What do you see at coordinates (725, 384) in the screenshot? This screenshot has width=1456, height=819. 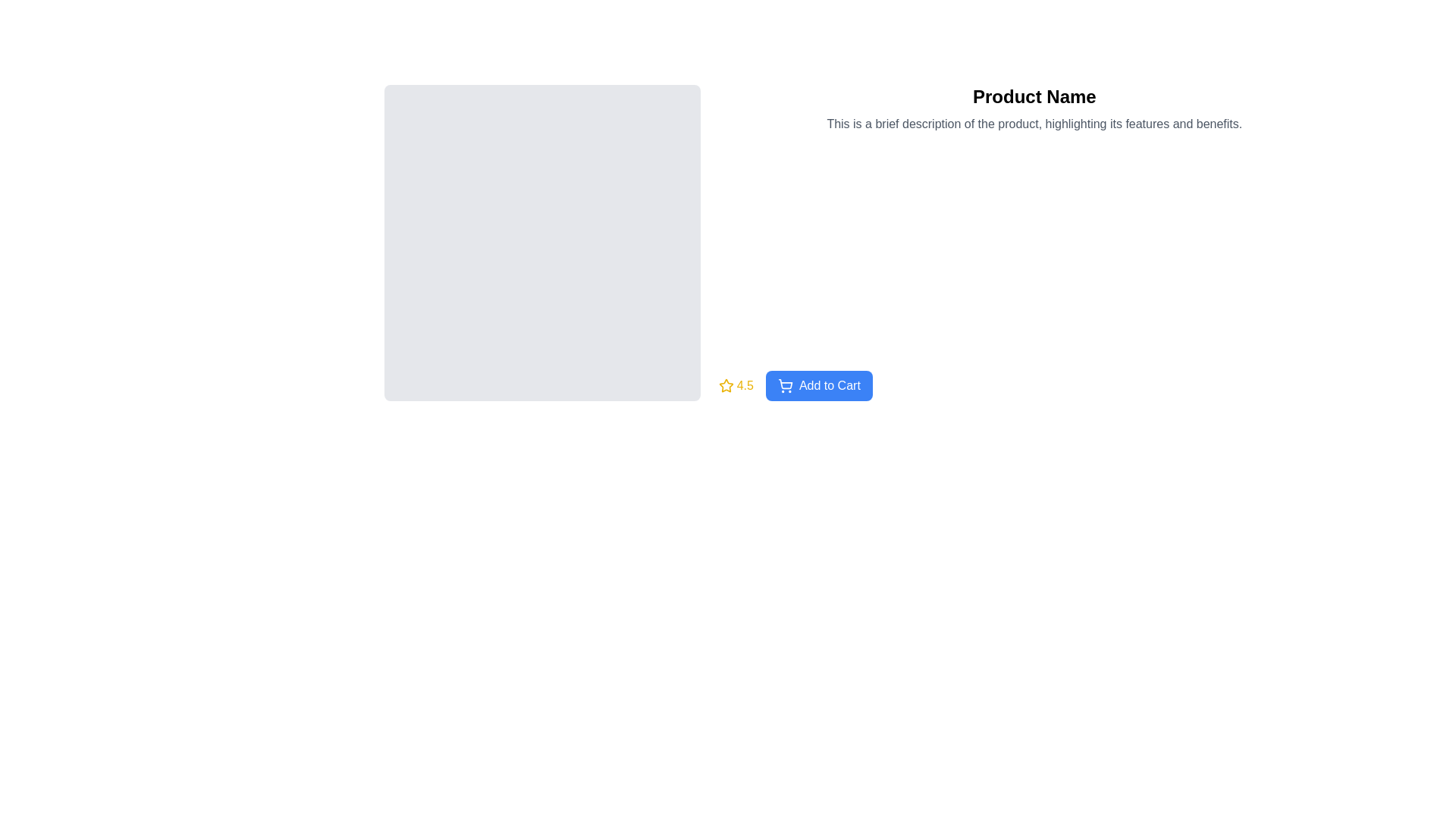 I see `the star icon representing a rating system, located before the text '4.5'` at bounding box center [725, 384].